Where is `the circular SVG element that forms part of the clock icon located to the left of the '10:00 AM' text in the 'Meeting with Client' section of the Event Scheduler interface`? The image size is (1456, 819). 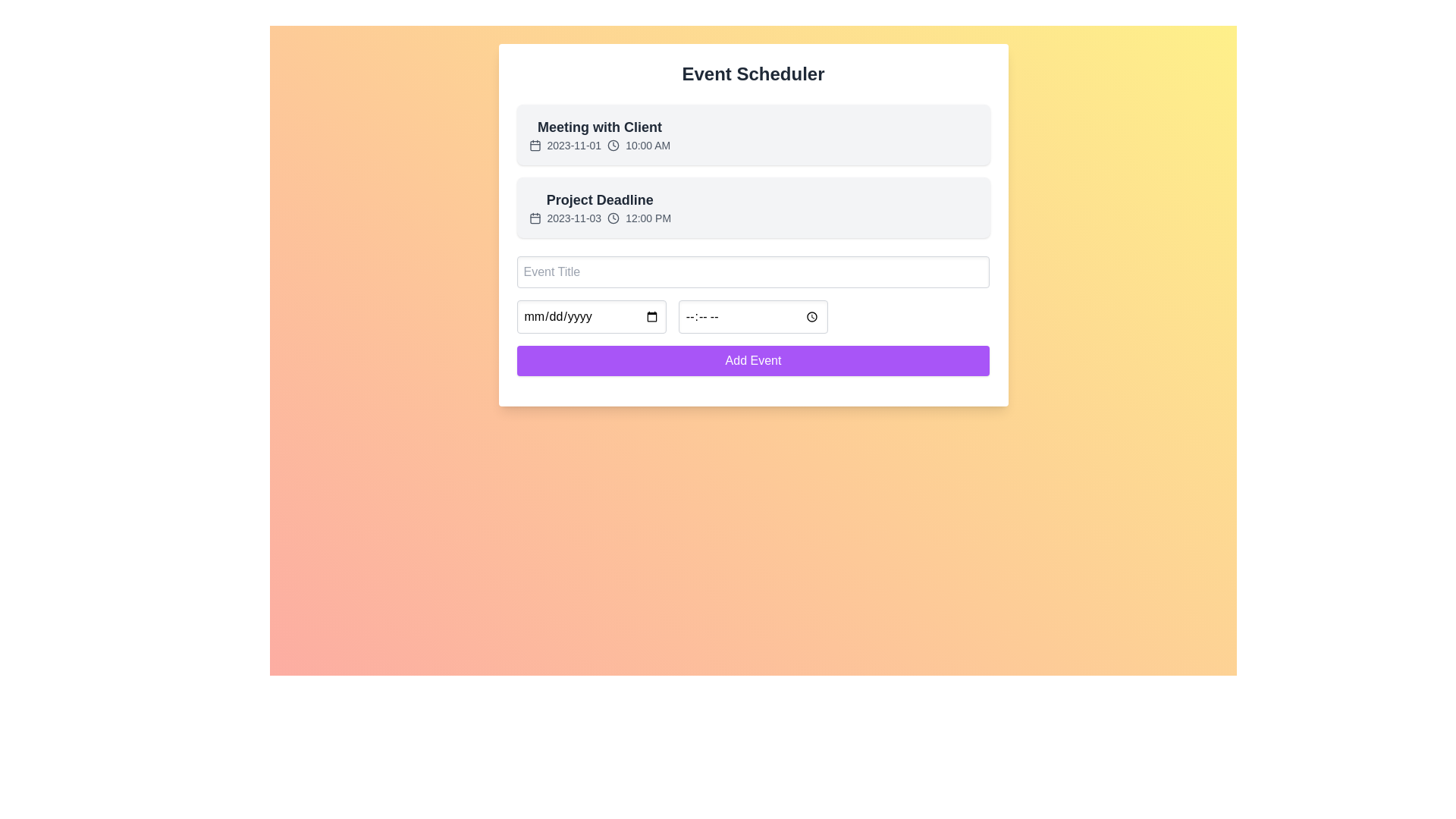
the circular SVG element that forms part of the clock icon located to the left of the '10:00 AM' text in the 'Meeting with Client' section of the Event Scheduler interface is located at coordinates (613, 146).